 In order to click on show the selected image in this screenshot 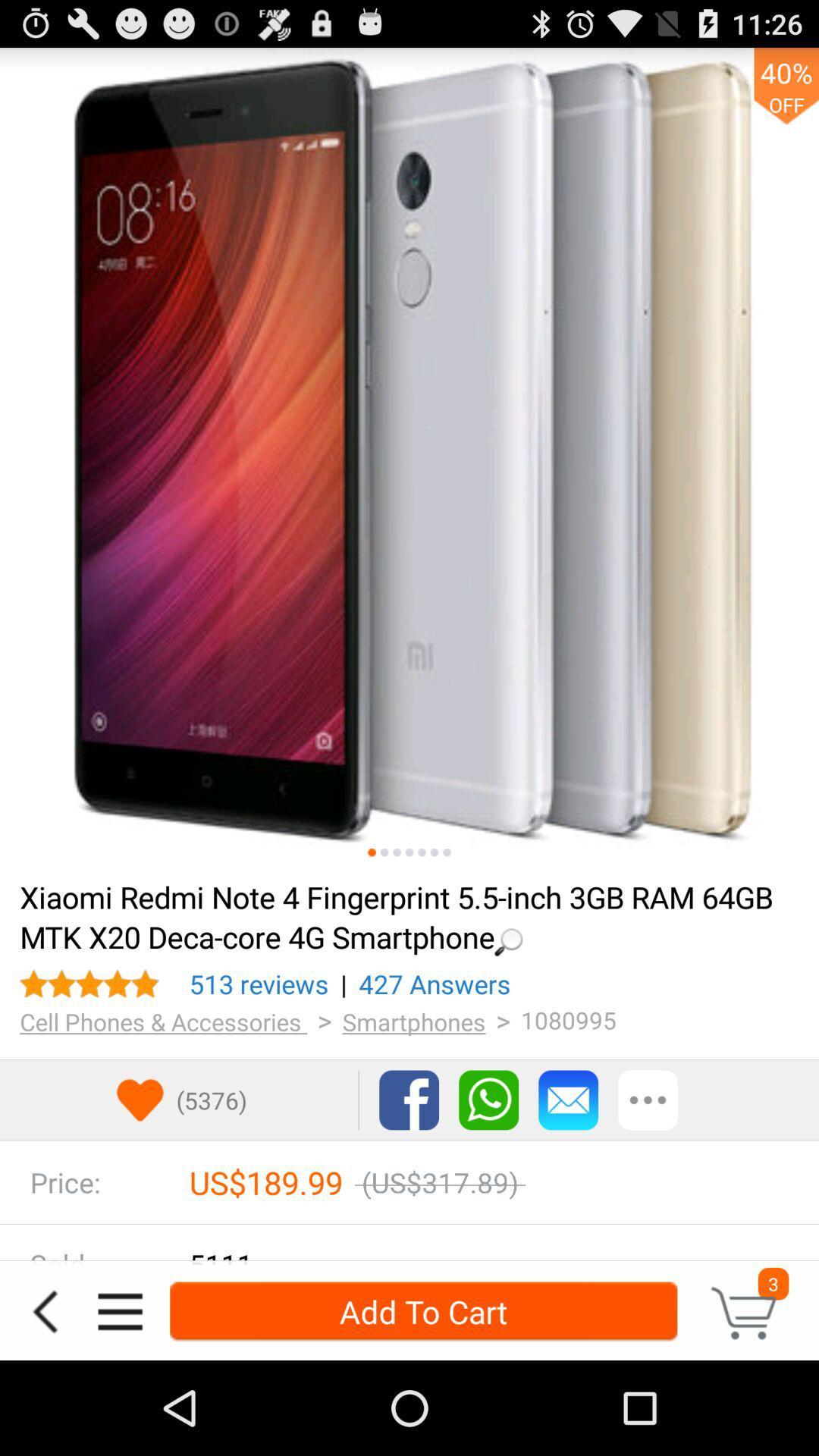, I will do `click(409, 852)`.